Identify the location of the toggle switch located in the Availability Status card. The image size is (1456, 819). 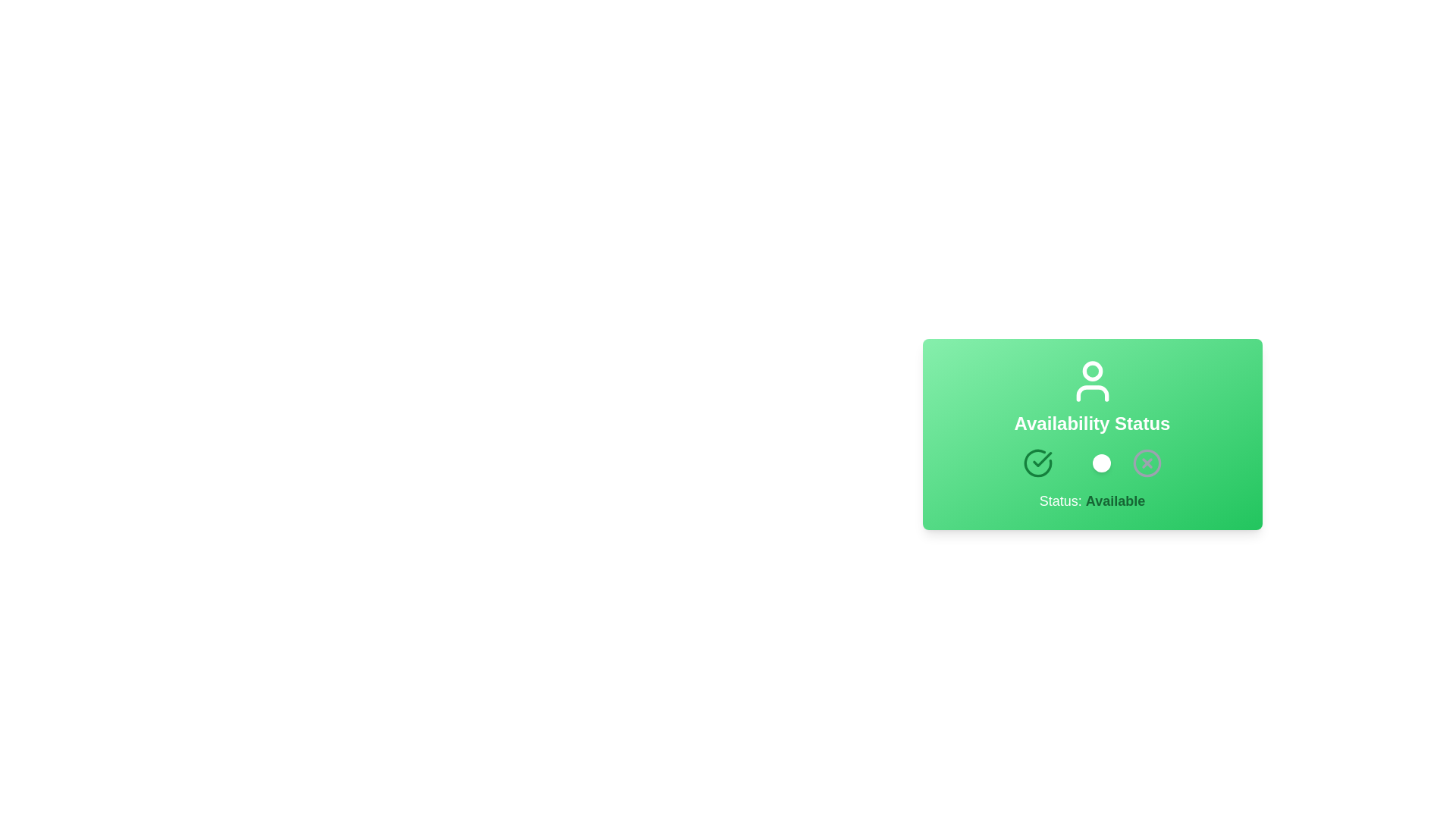
(1092, 462).